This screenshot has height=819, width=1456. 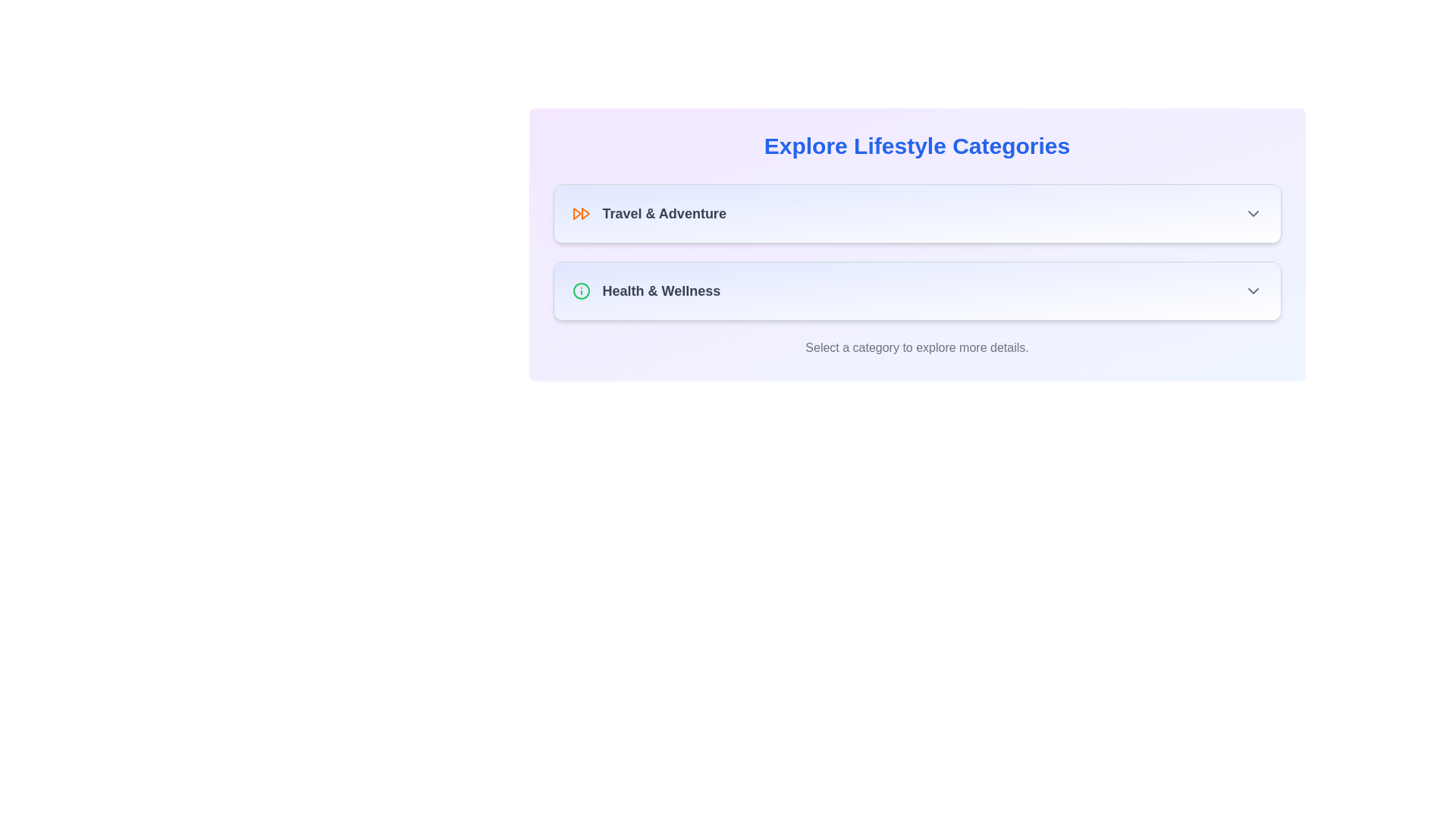 I want to click on the outermost circular shape of the information icon located to the left of the 'Health & Wellness' text in the category list, so click(x=580, y=291).